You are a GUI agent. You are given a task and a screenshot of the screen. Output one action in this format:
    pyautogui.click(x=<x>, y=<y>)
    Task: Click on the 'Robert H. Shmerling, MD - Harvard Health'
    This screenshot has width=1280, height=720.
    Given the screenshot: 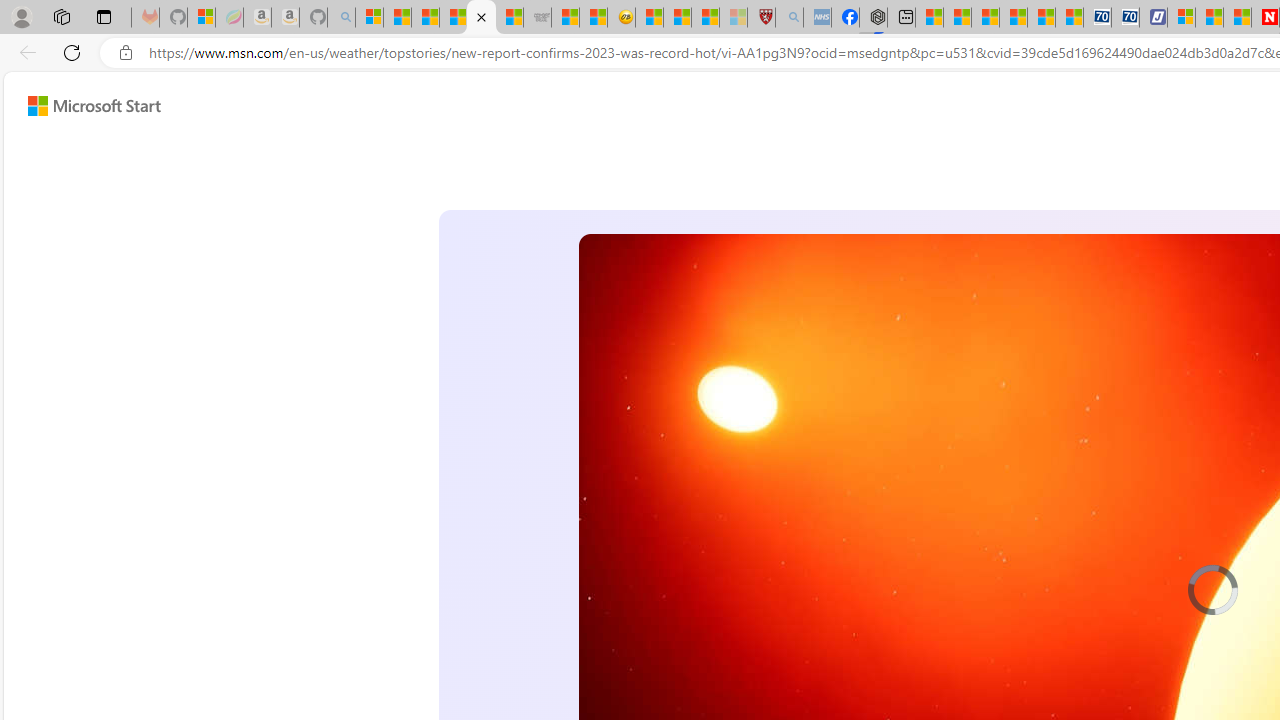 What is the action you would take?
    pyautogui.click(x=759, y=17)
    